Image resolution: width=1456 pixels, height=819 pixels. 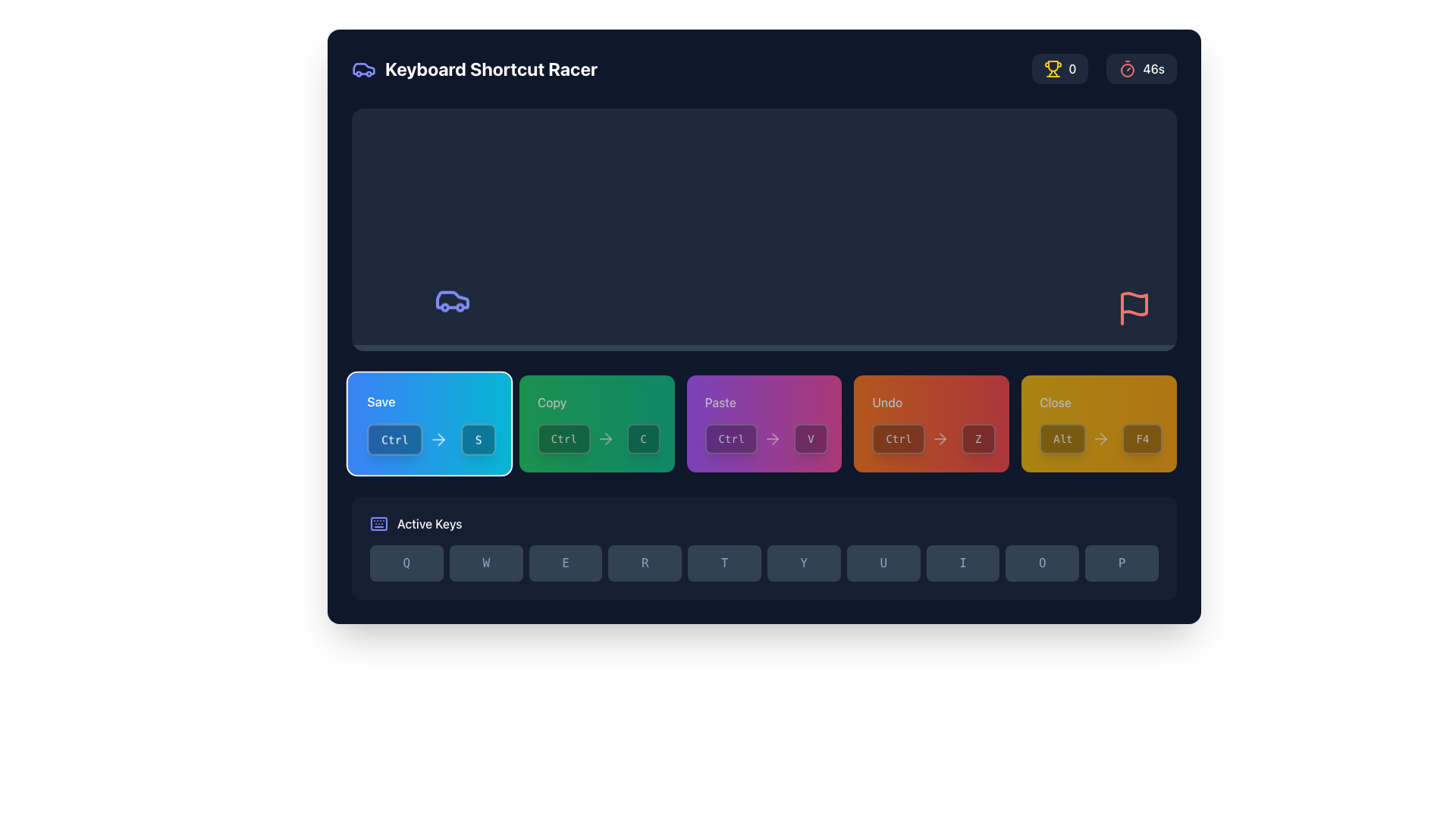 What do you see at coordinates (643, 438) in the screenshot?
I see `the 'C' key button in the Keyboard Shortcut Visualizer, which has a dark green background and displays the character 'C' in a light color, located in the bottom row of shortcut keys` at bounding box center [643, 438].